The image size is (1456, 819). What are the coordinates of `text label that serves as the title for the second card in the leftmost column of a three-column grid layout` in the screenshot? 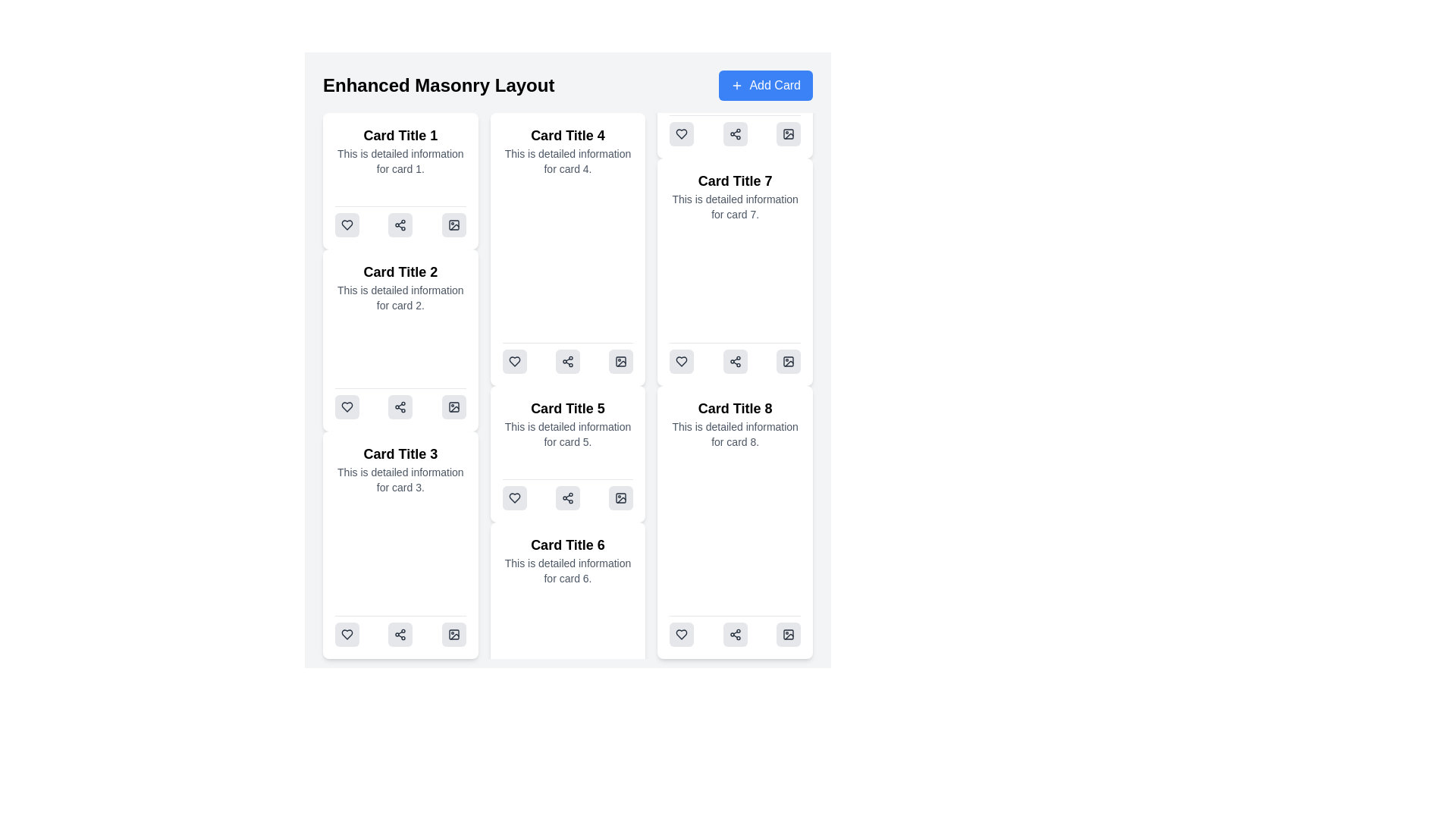 It's located at (400, 271).